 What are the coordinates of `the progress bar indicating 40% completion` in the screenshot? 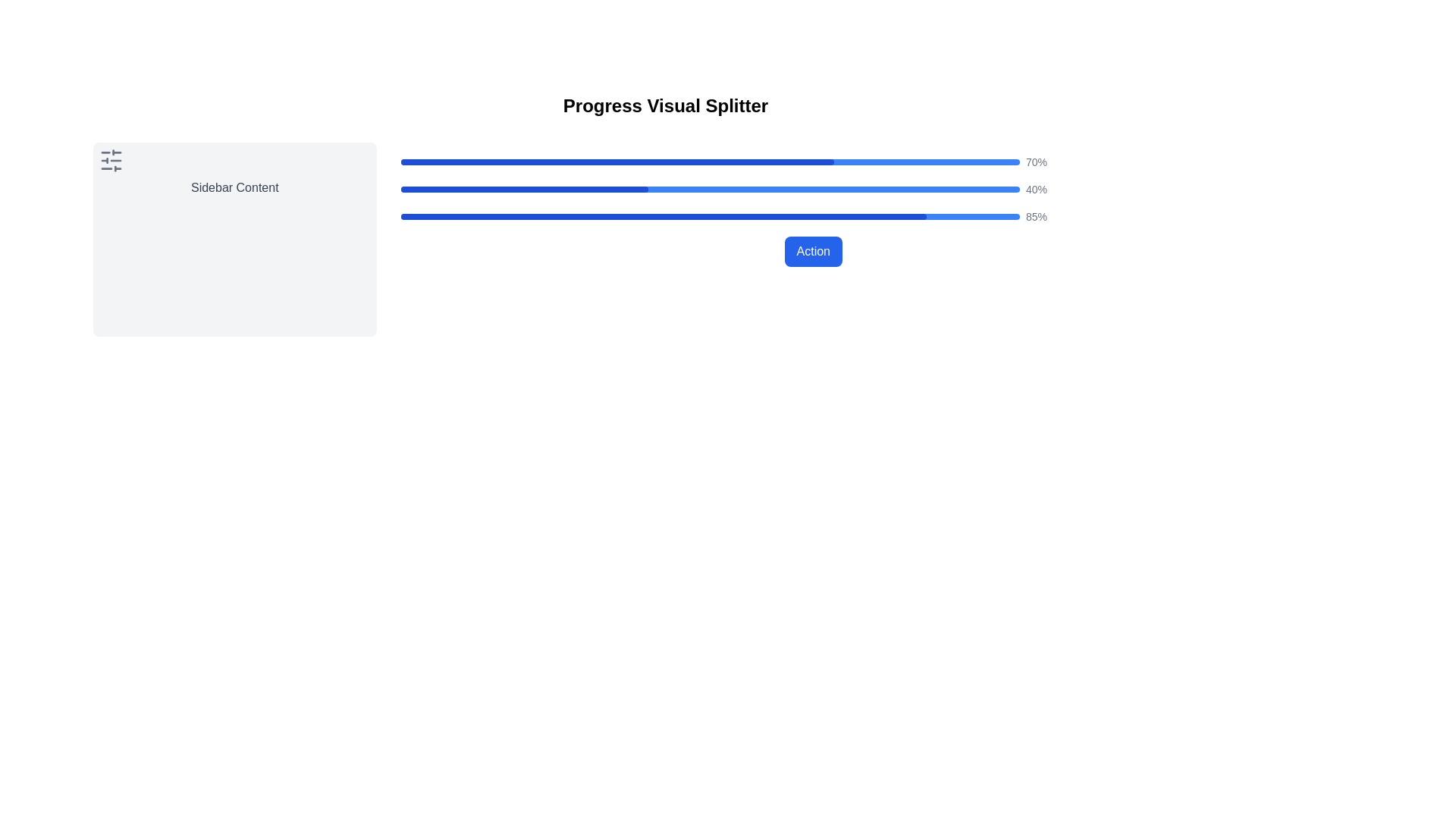 It's located at (709, 189).